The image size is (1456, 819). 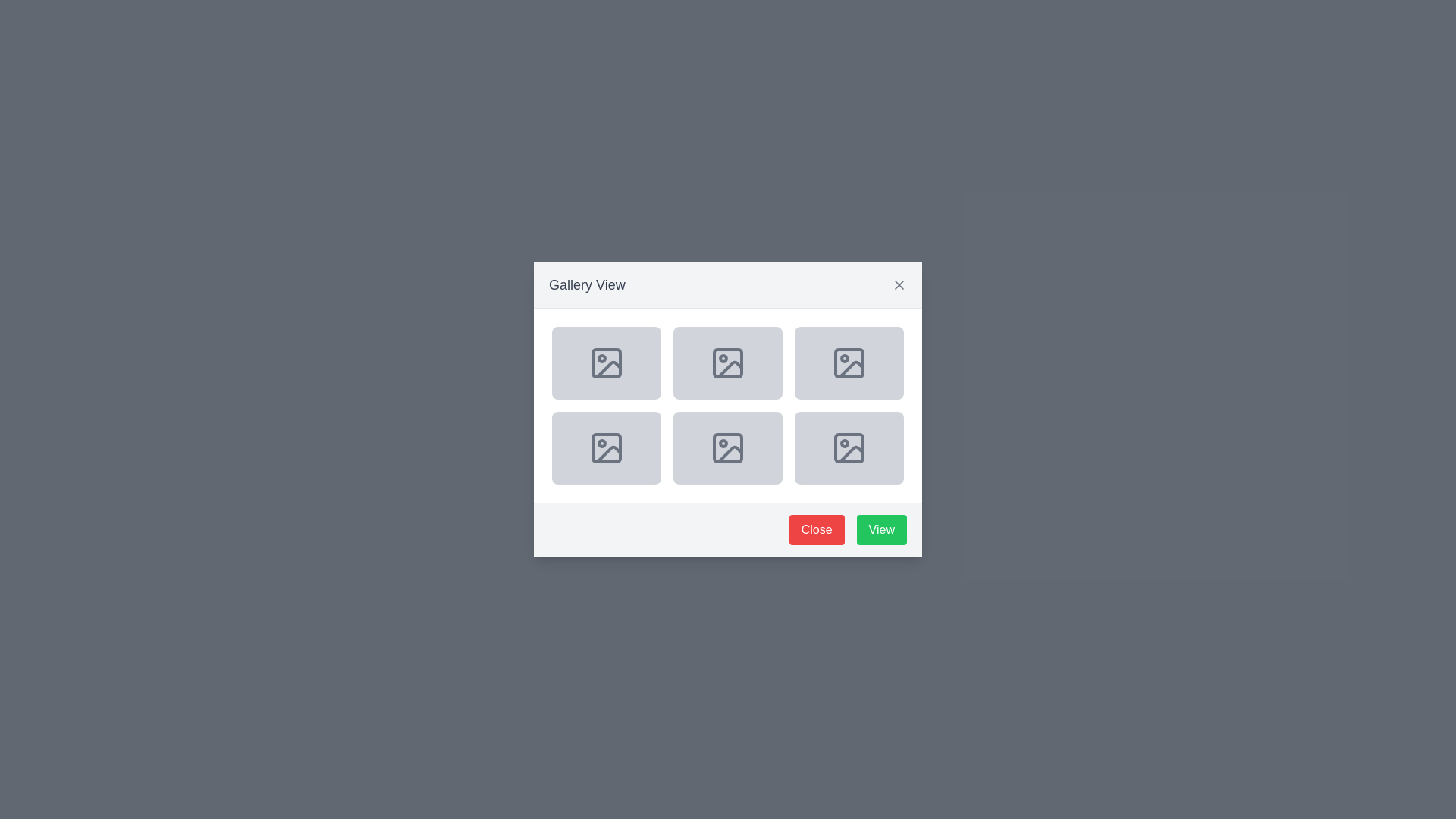 I want to click on the icon styled as an image placeholder with a rounded rectangle, a small circle symbolizing a sun or moon, and a diagonal line representing a mountain, located, so click(x=607, y=362).